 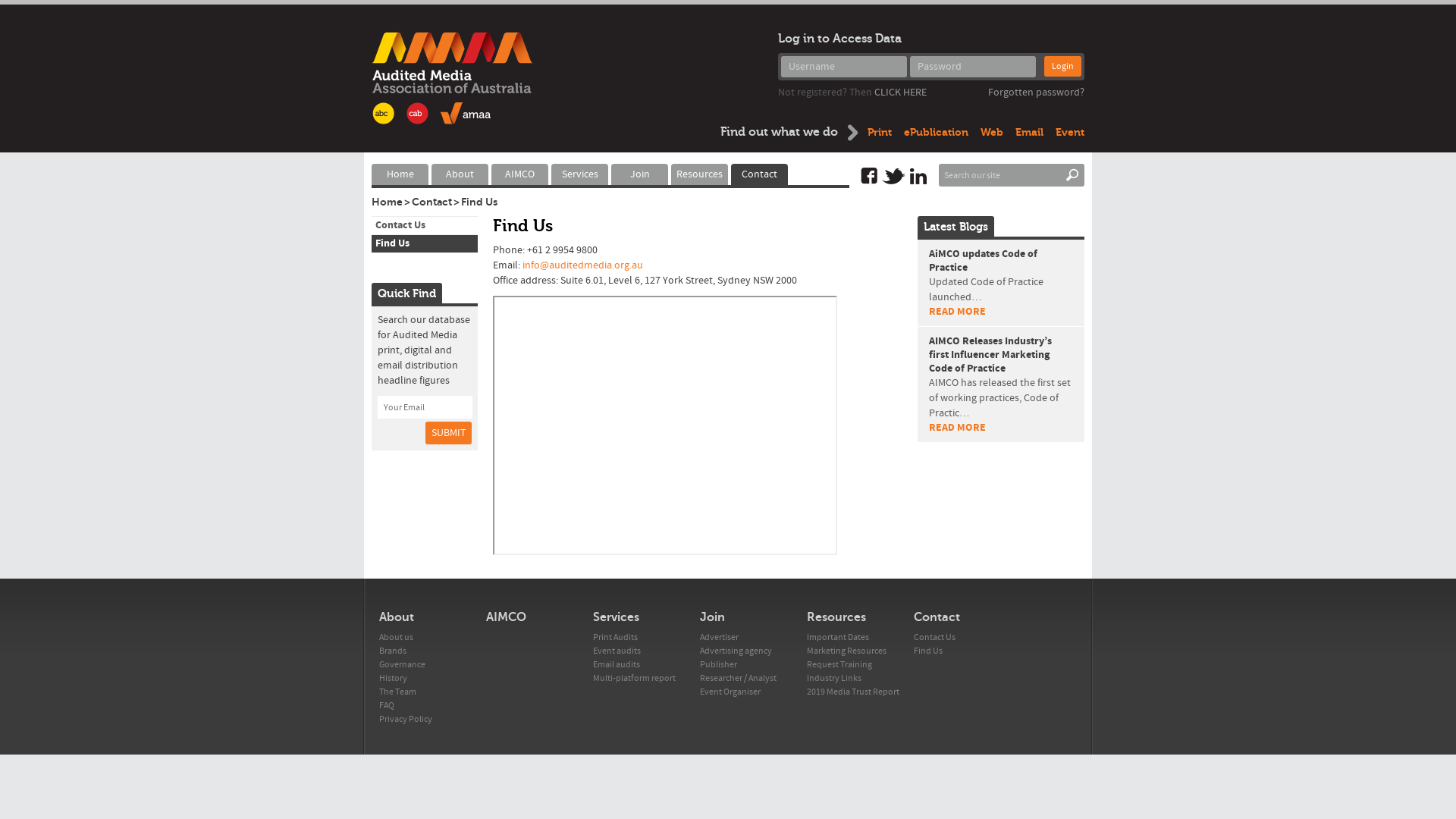 I want to click on 'Important Dates', so click(x=836, y=637).